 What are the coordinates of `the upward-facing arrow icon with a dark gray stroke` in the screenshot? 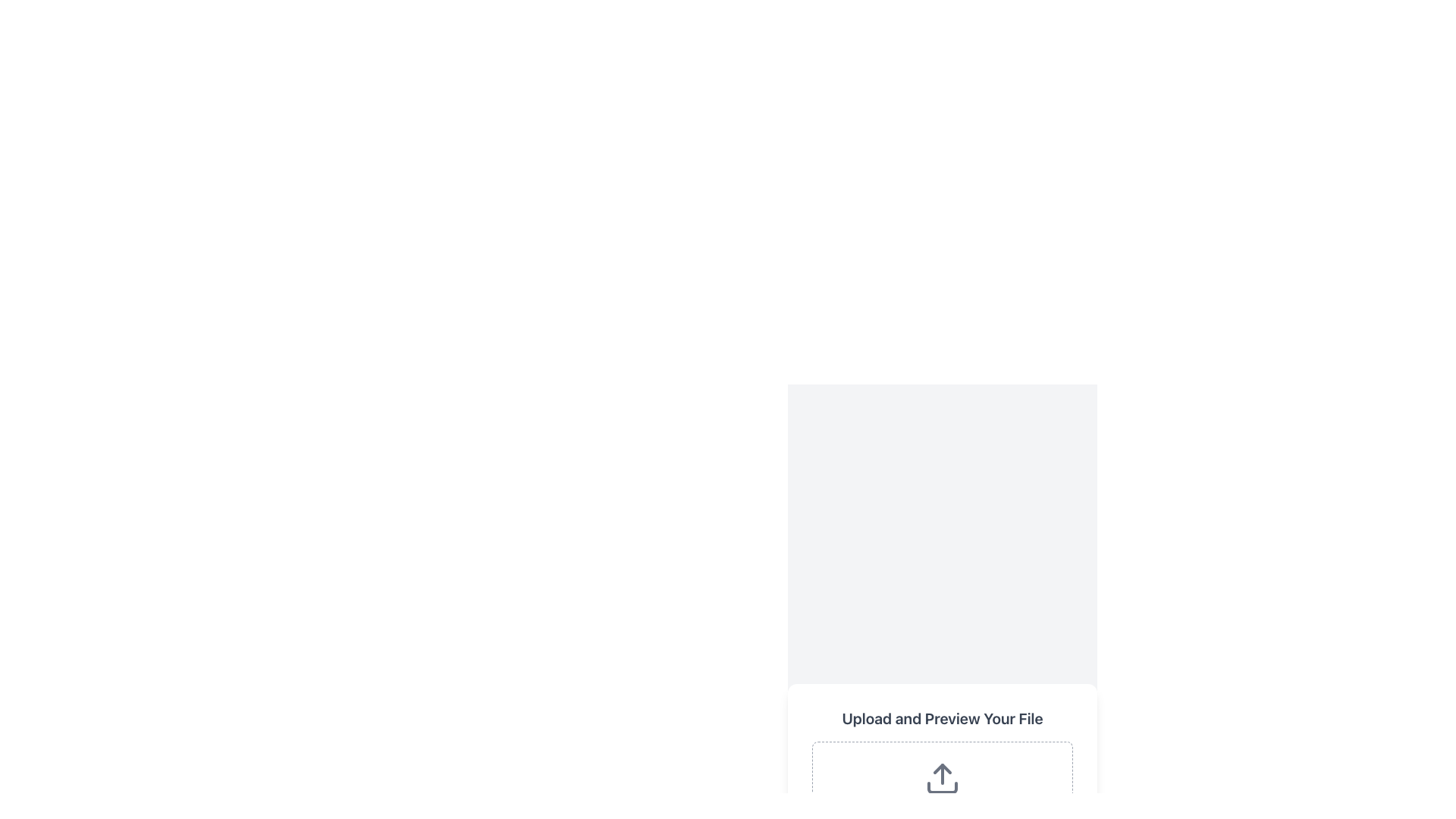 It's located at (942, 778).